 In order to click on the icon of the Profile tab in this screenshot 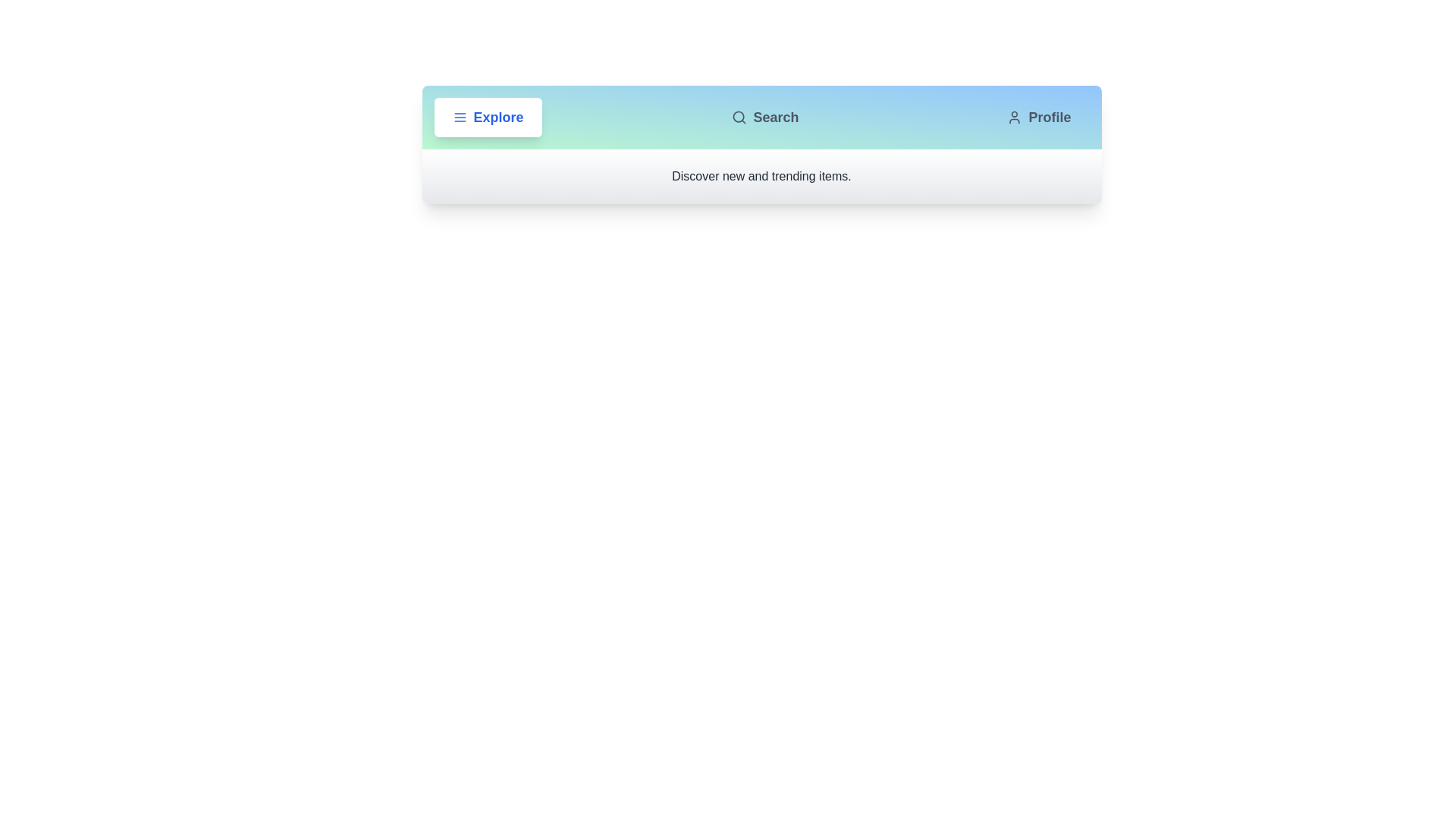, I will do `click(1015, 116)`.